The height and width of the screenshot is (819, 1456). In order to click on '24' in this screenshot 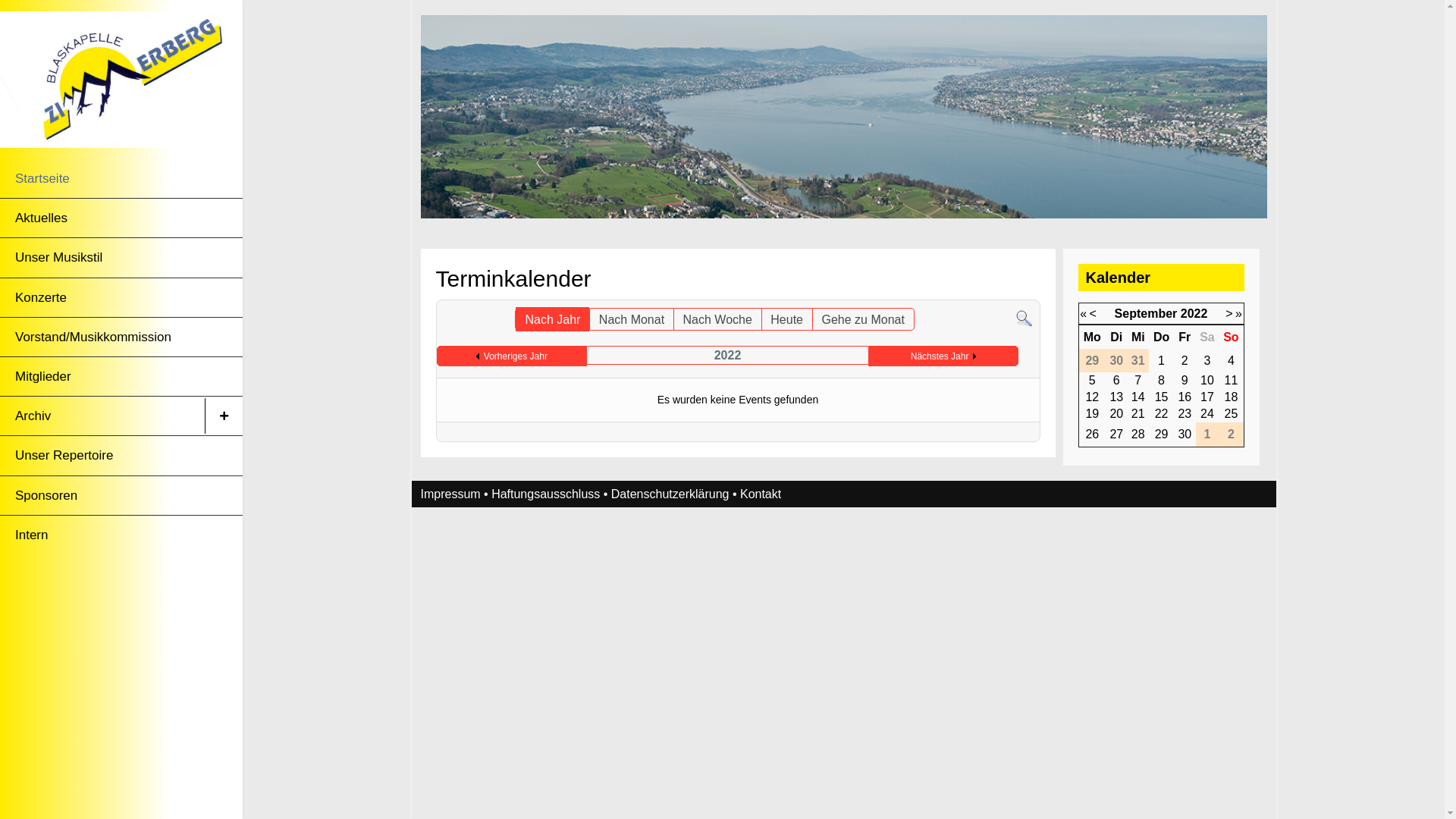, I will do `click(1207, 413)`.